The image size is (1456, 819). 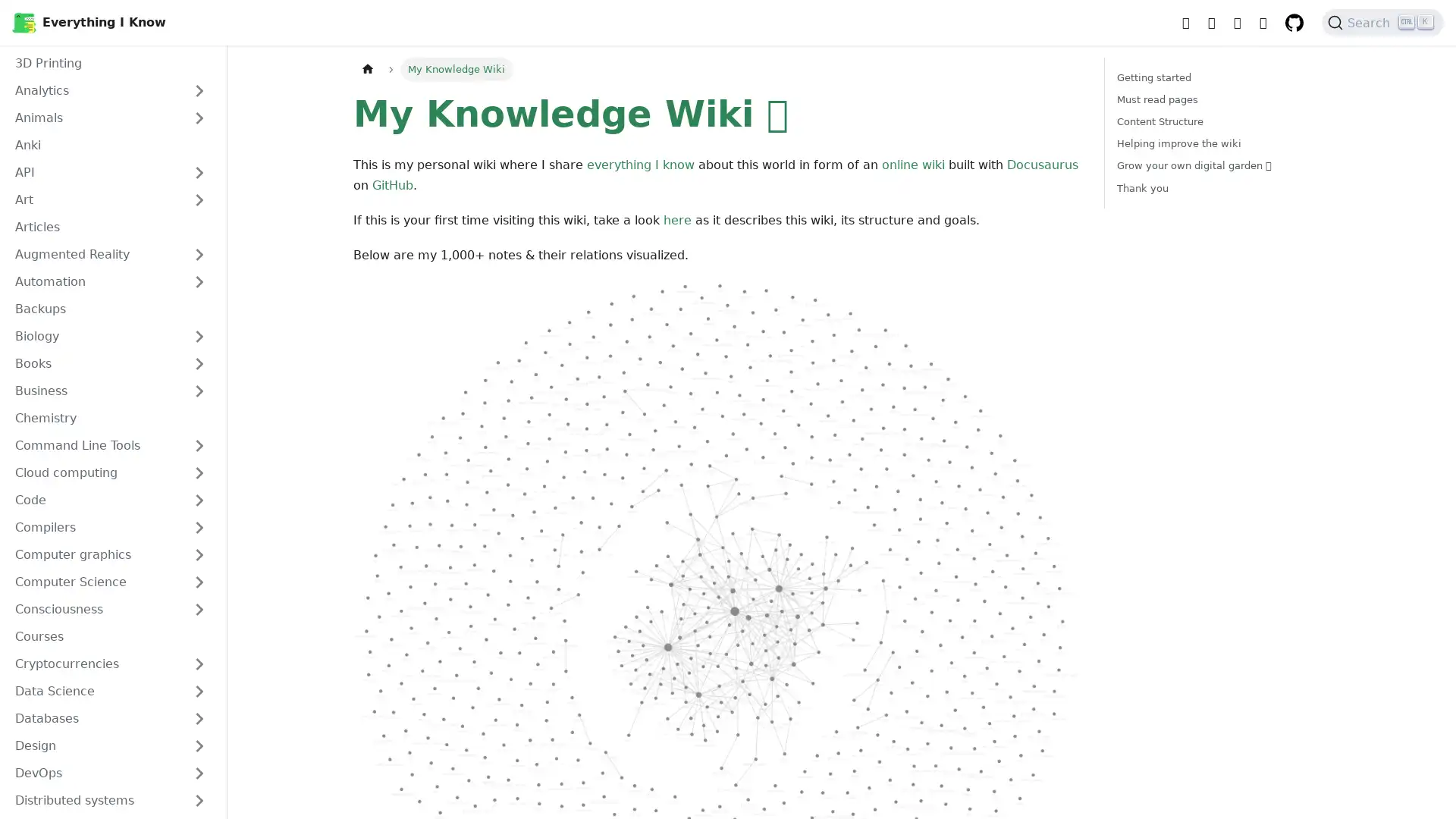 I want to click on Toggle the collapsible sidebar category 'Books', so click(x=199, y=363).